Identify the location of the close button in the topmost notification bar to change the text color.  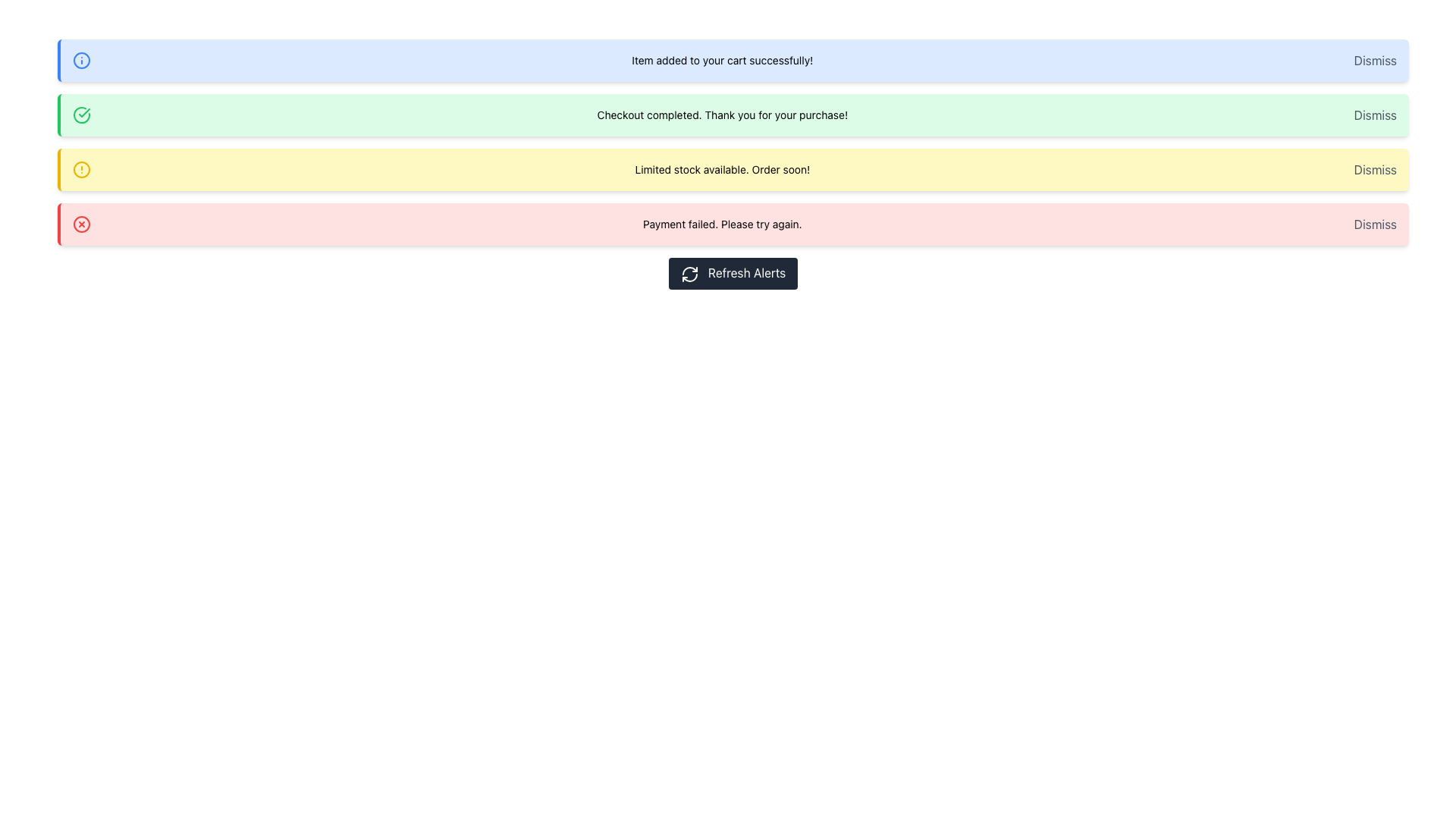
(1375, 60).